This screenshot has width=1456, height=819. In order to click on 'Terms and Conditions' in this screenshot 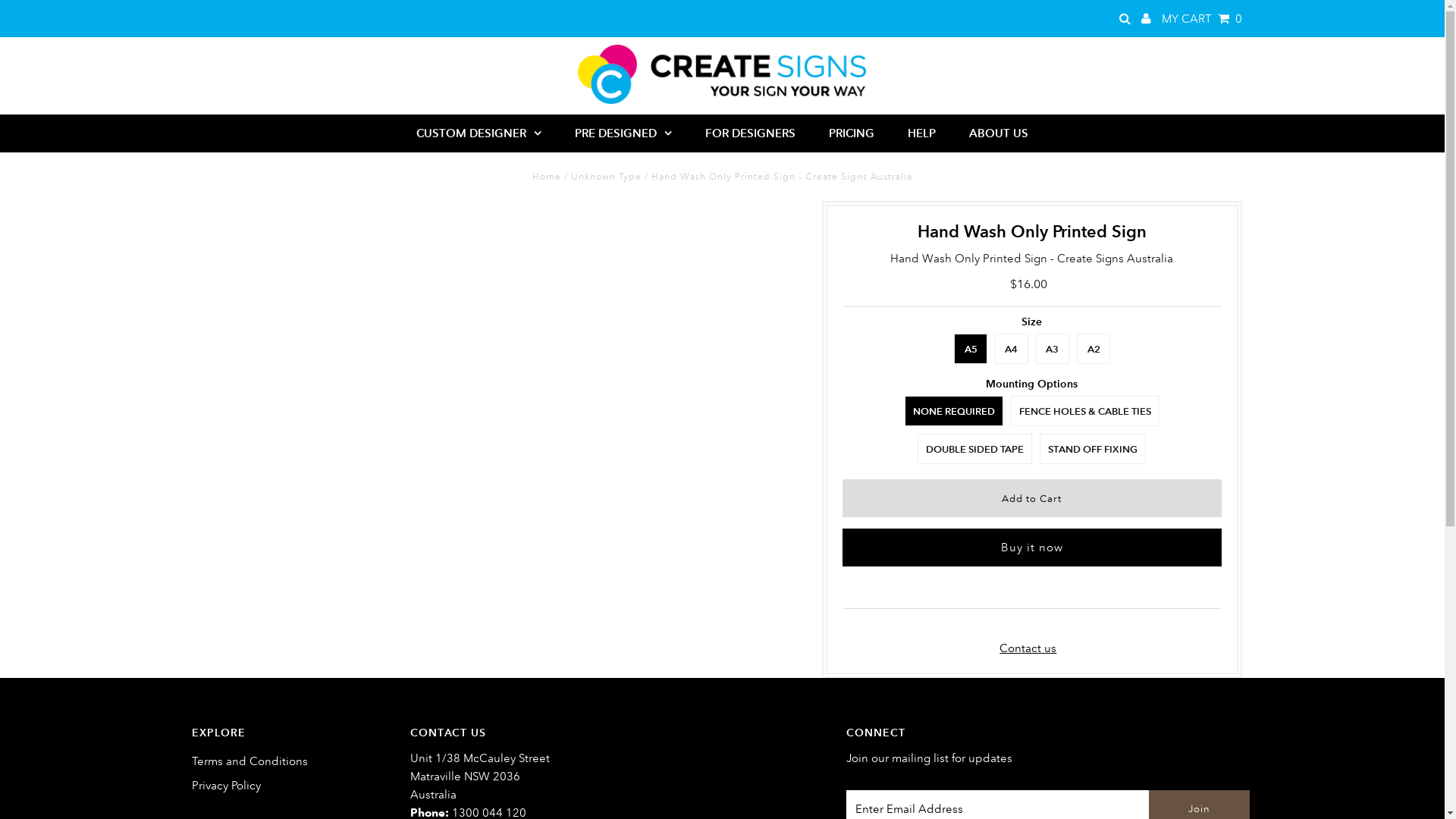, I will do `click(190, 761)`.